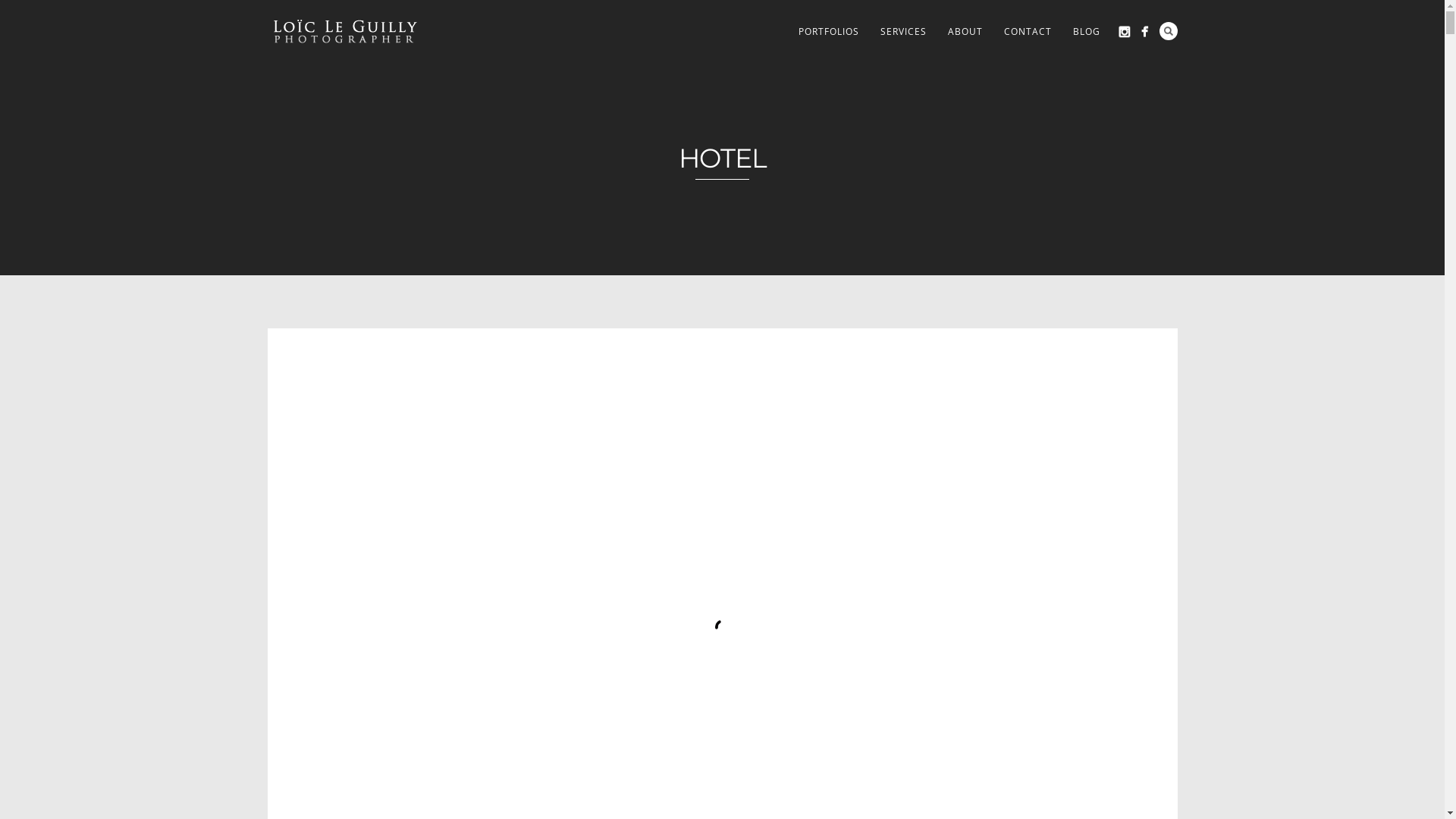  Describe the element at coordinates (964, 32) in the screenshot. I see `'ABOUT'` at that location.